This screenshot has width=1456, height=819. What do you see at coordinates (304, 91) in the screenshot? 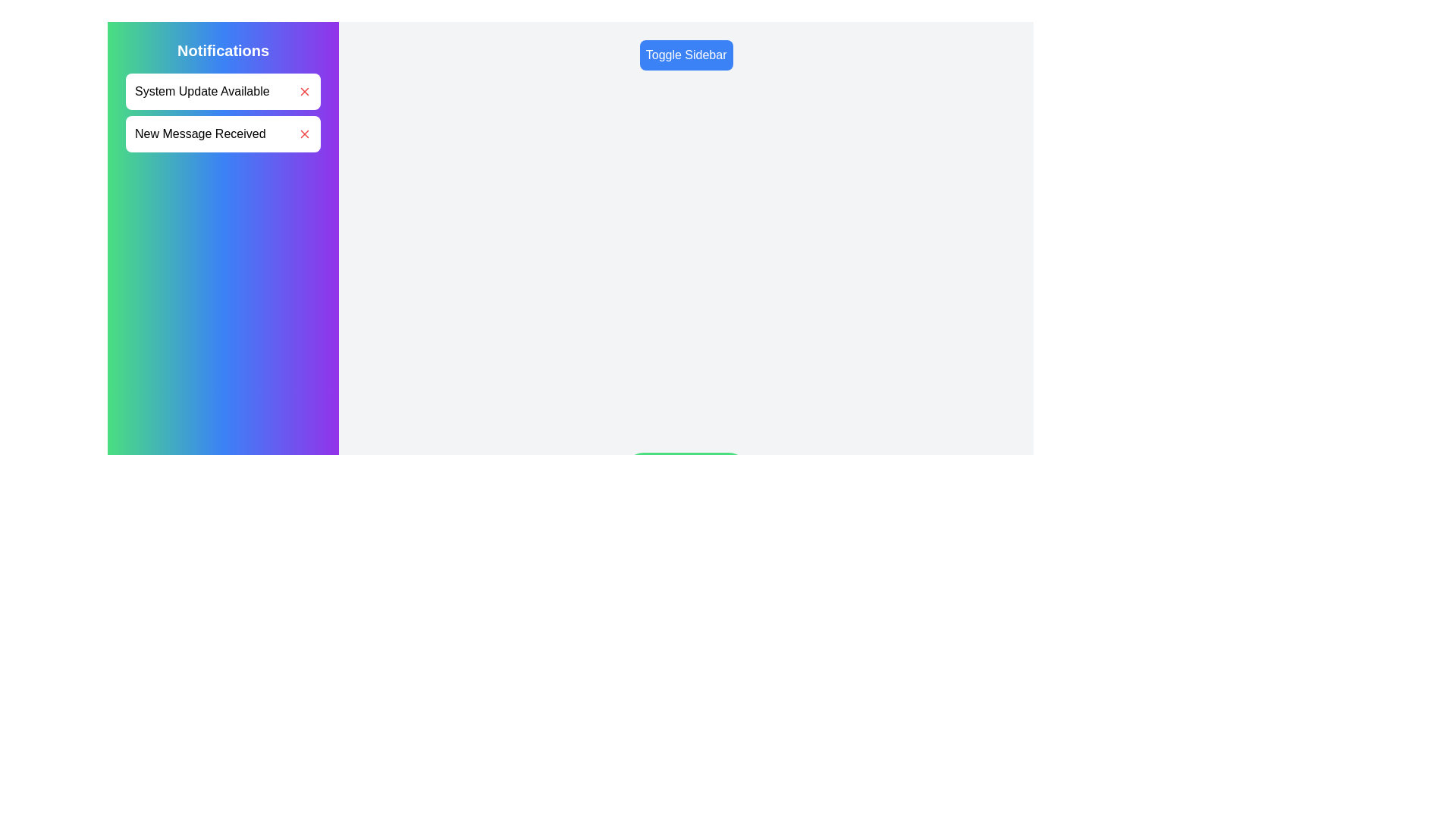
I see `the small red 'X' icon button located to the right of the 'System Update Available' text in the first notification on the sidebar to observe the hover effect` at bounding box center [304, 91].